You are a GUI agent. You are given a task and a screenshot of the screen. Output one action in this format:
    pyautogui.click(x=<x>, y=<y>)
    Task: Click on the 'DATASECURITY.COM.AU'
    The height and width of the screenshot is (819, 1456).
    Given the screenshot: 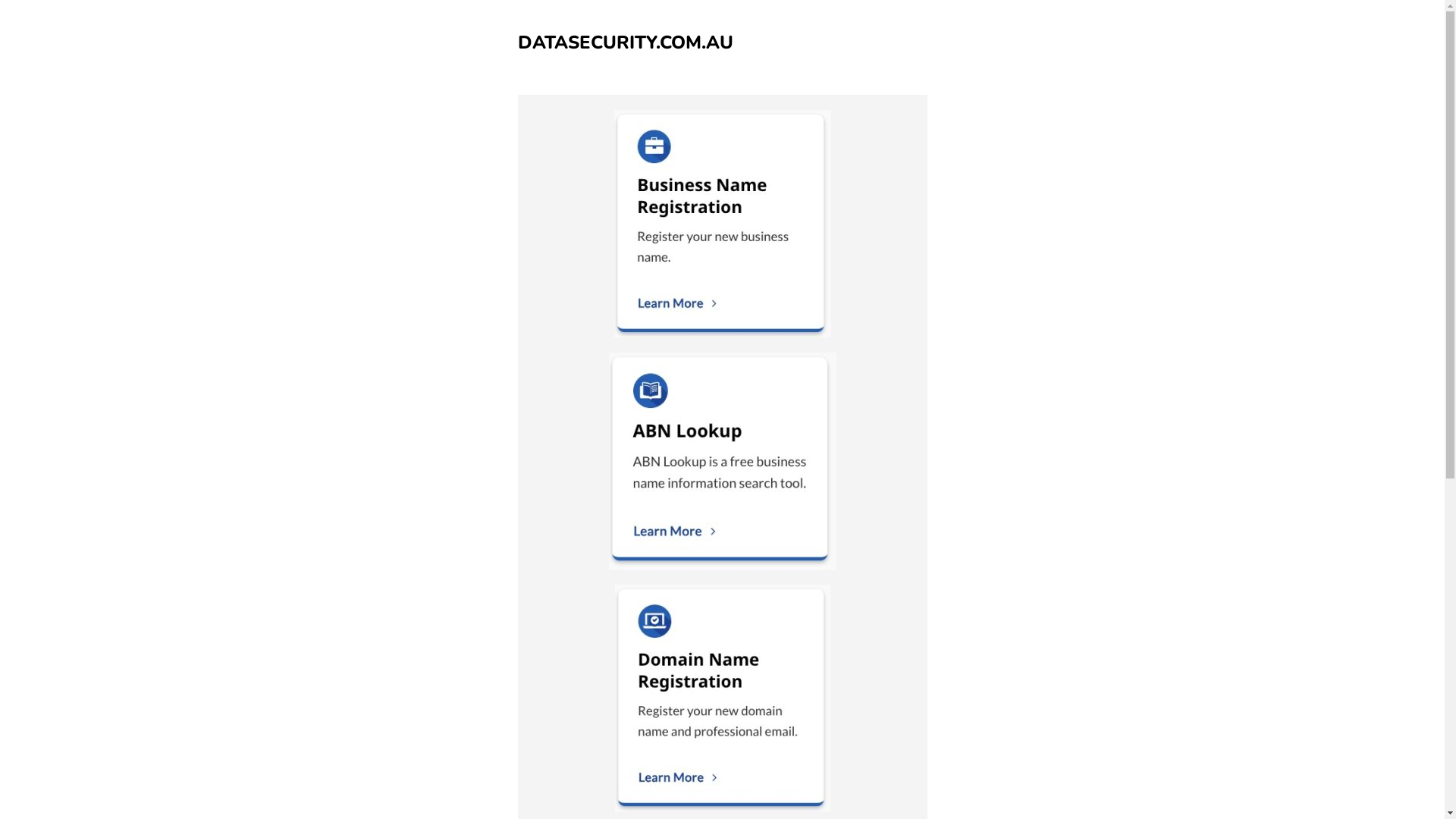 What is the action you would take?
    pyautogui.click(x=516, y=42)
    